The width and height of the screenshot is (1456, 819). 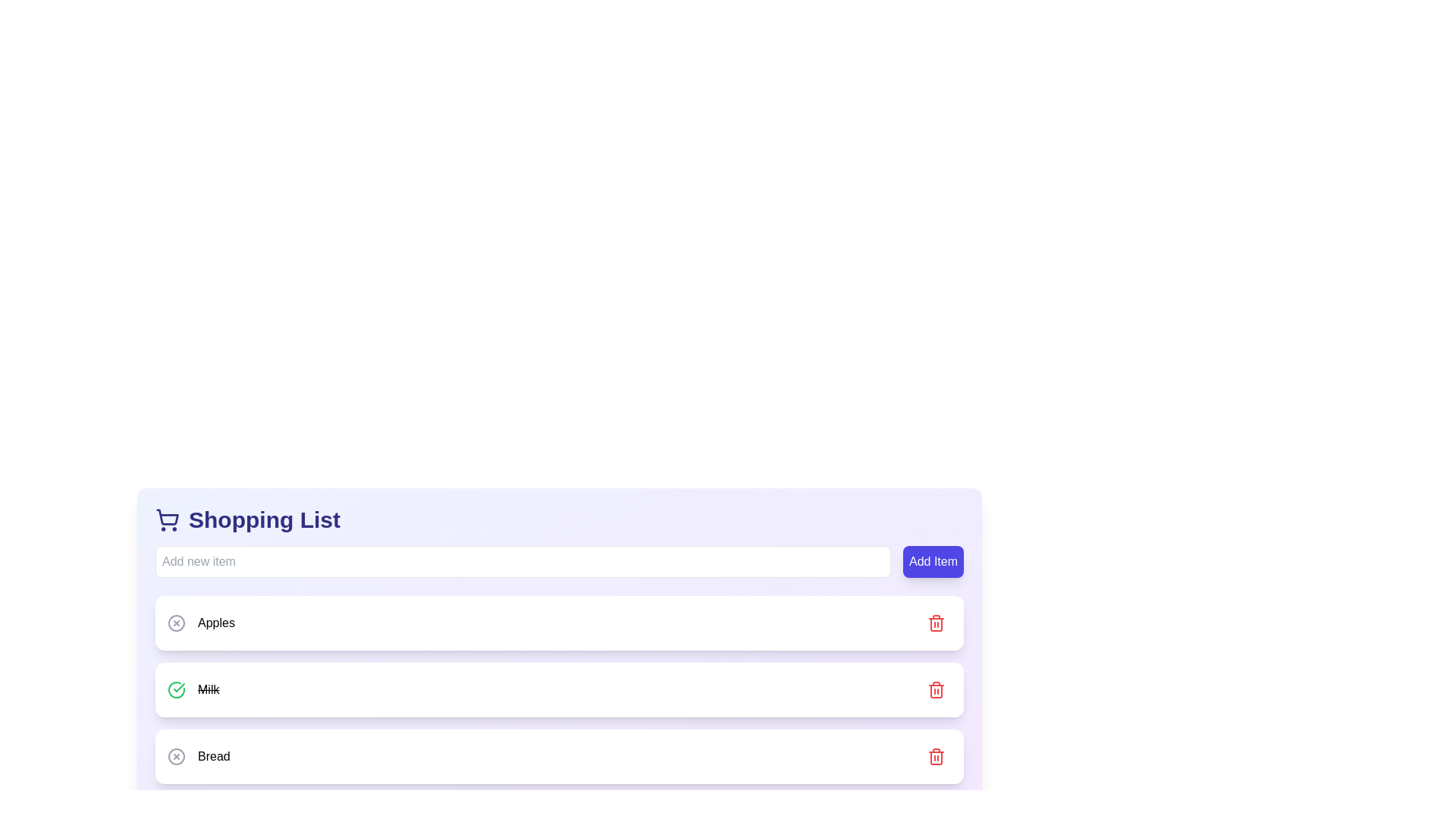 What do you see at coordinates (247, 519) in the screenshot?
I see `the Text label with the shopping cart icon that serves as the title of the shopping list section` at bounding box center [247, 519].